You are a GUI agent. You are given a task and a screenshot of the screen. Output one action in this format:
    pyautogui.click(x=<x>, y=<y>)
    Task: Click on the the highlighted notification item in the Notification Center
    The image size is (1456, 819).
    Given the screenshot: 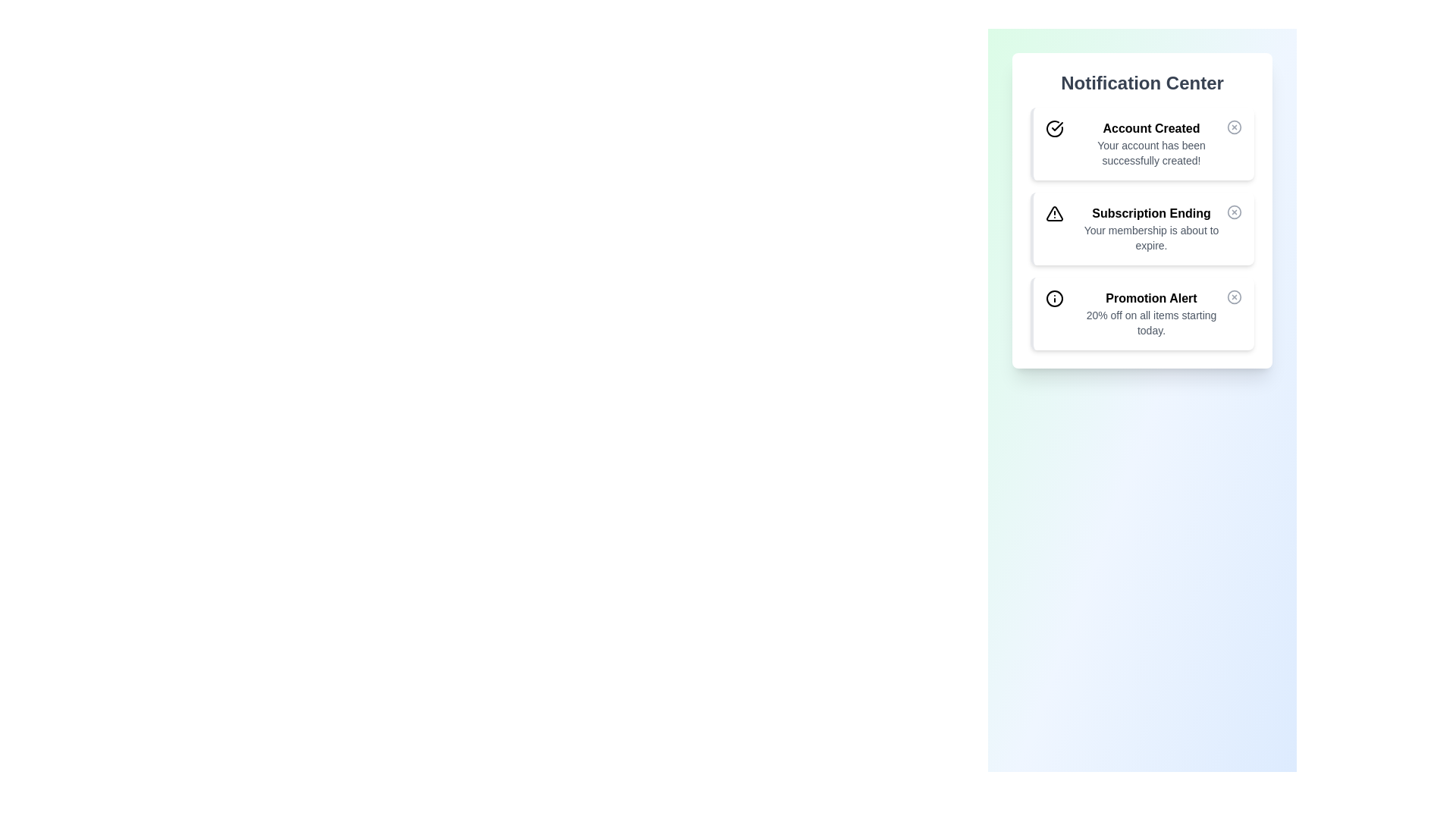 What is the action you would take?
    pyautogui.click(x=1142, y=228)
    